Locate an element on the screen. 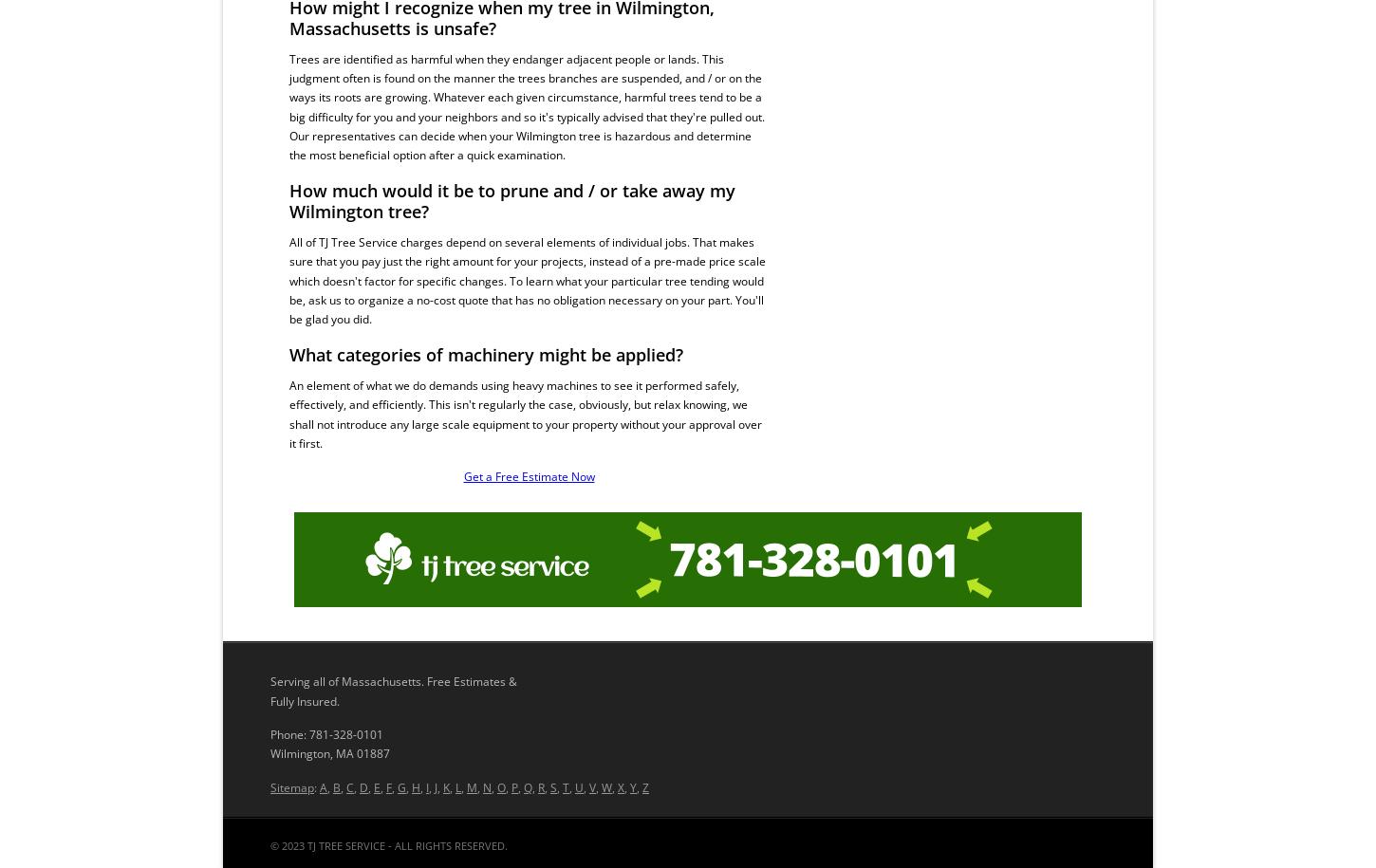 Image resolution: width=1376 pixels, height=868 pixels. 'B' is located at coordinates (336, 786).